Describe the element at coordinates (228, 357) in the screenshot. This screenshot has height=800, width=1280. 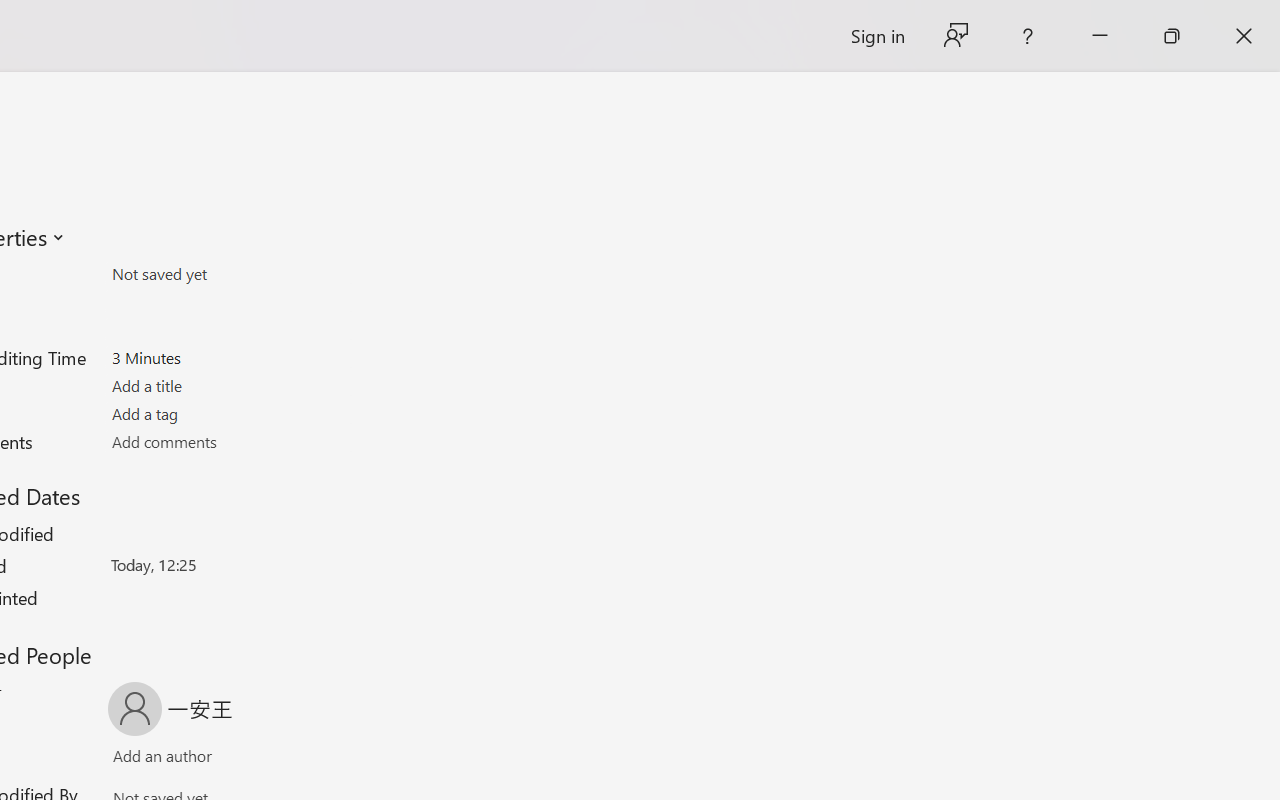
I see `'Total Editing Time'` at that location.